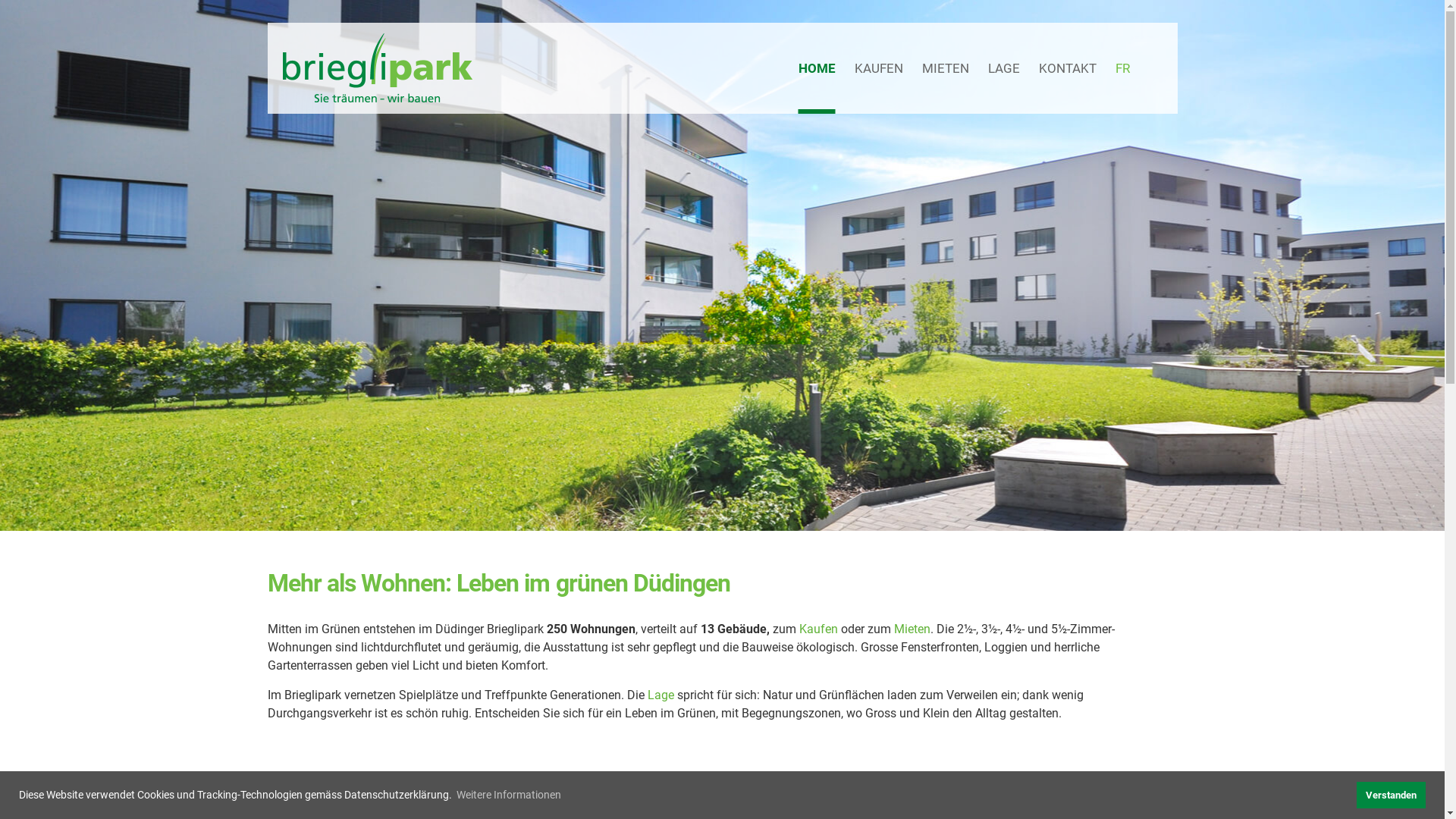 The width and height of the screenshot is (1456, 819). I want to click on 'HOME', so click(815, 67).